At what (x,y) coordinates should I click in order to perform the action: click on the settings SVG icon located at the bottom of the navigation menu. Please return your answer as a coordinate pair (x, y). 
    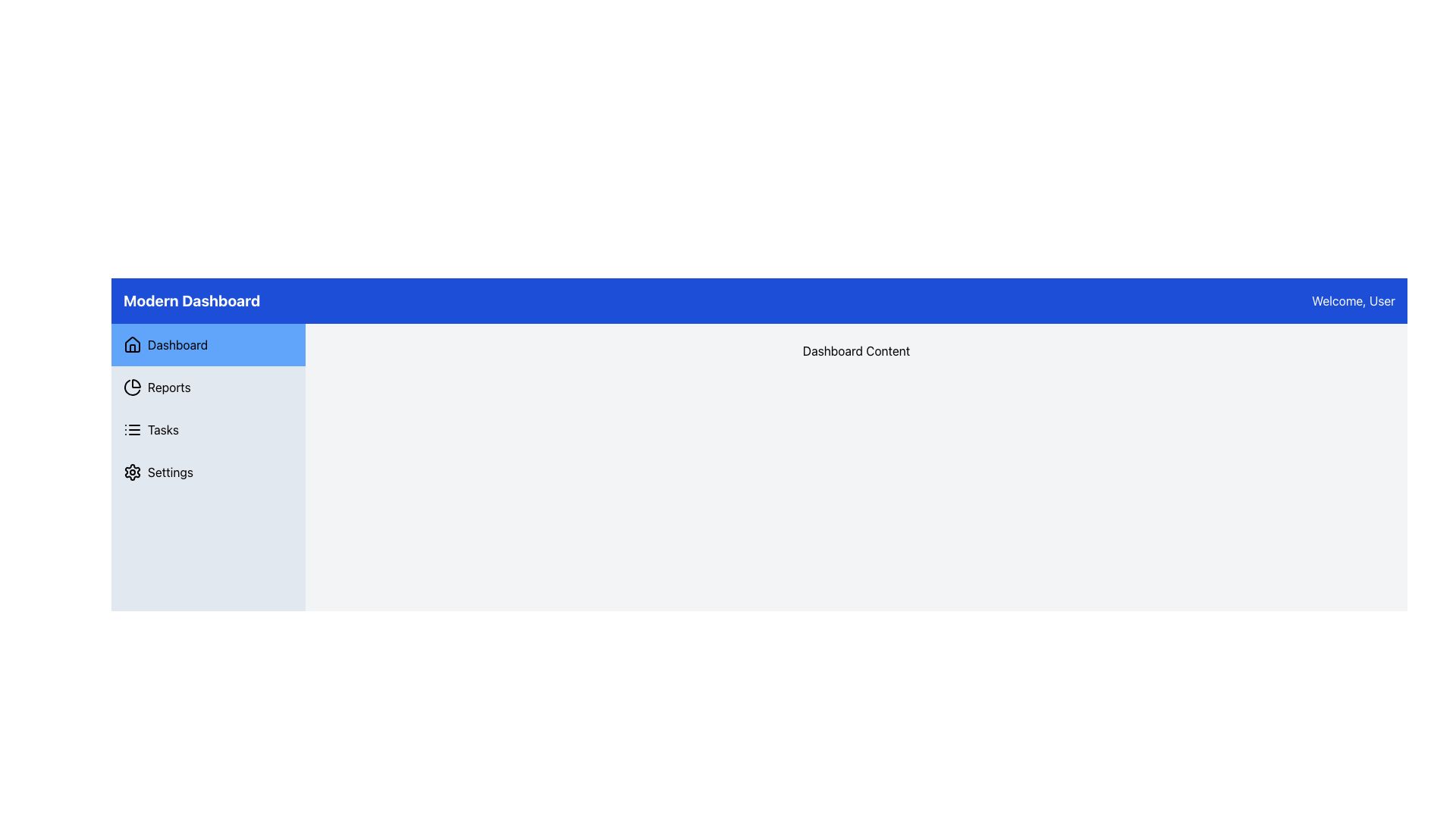
    Looking at the image, I should click on (132, 472).